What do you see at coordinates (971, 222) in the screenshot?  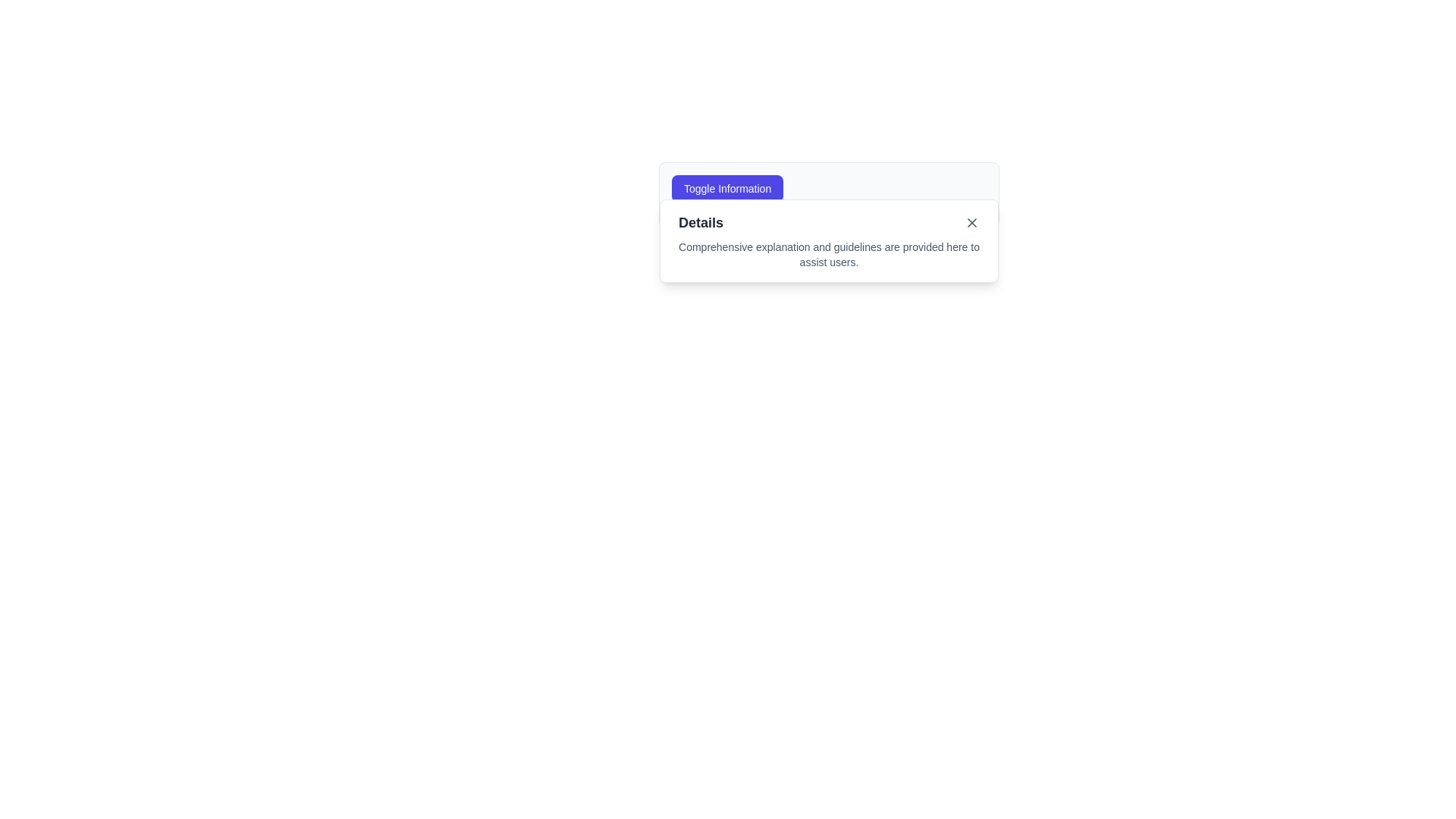 I see `the gray close icon shaped as a cross (X) located at the top-right corner of the 'Details' section` at bounding box center [971, 222].